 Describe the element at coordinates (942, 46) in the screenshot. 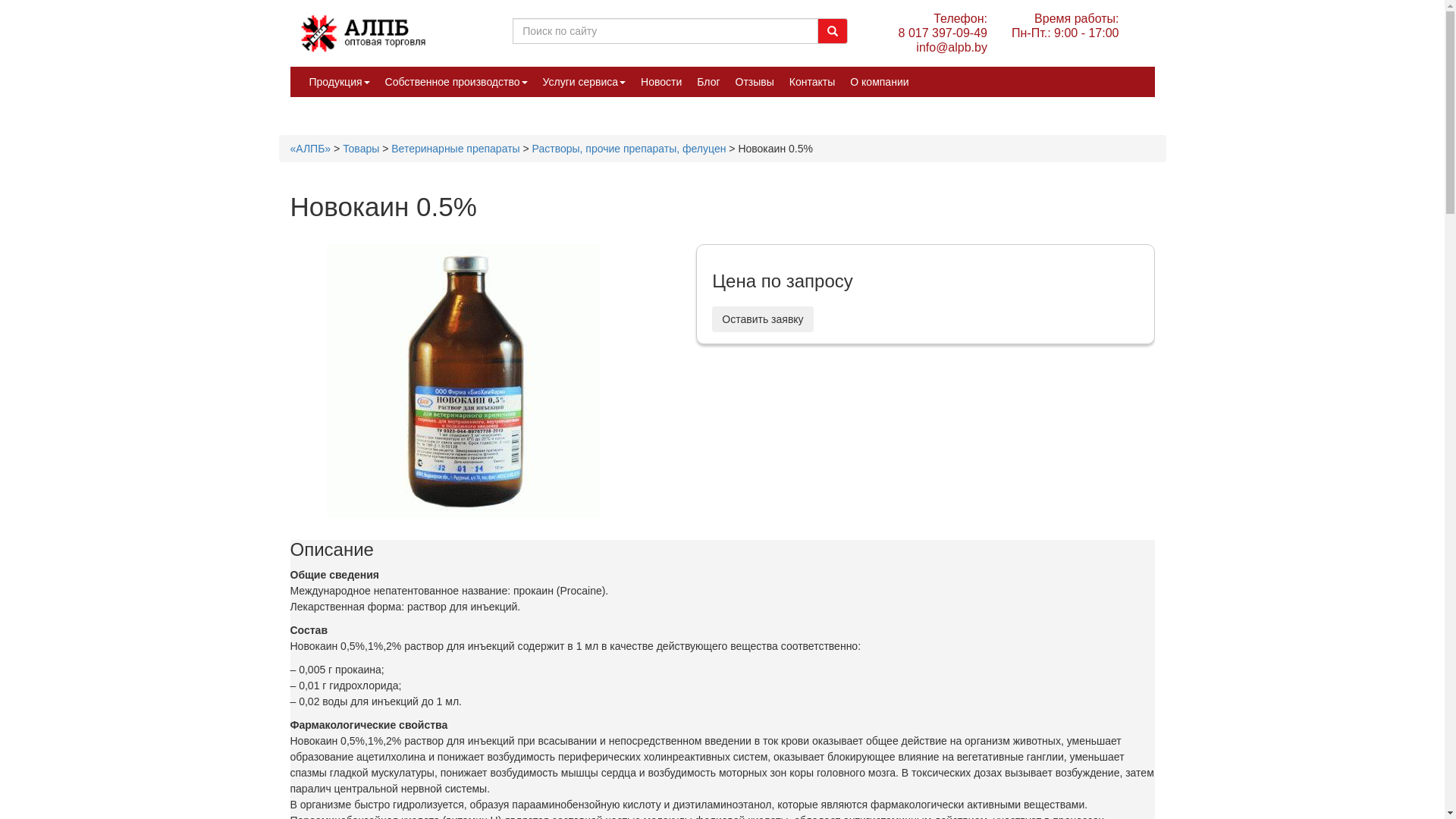

I see `'info@alpb.by'` at that location.